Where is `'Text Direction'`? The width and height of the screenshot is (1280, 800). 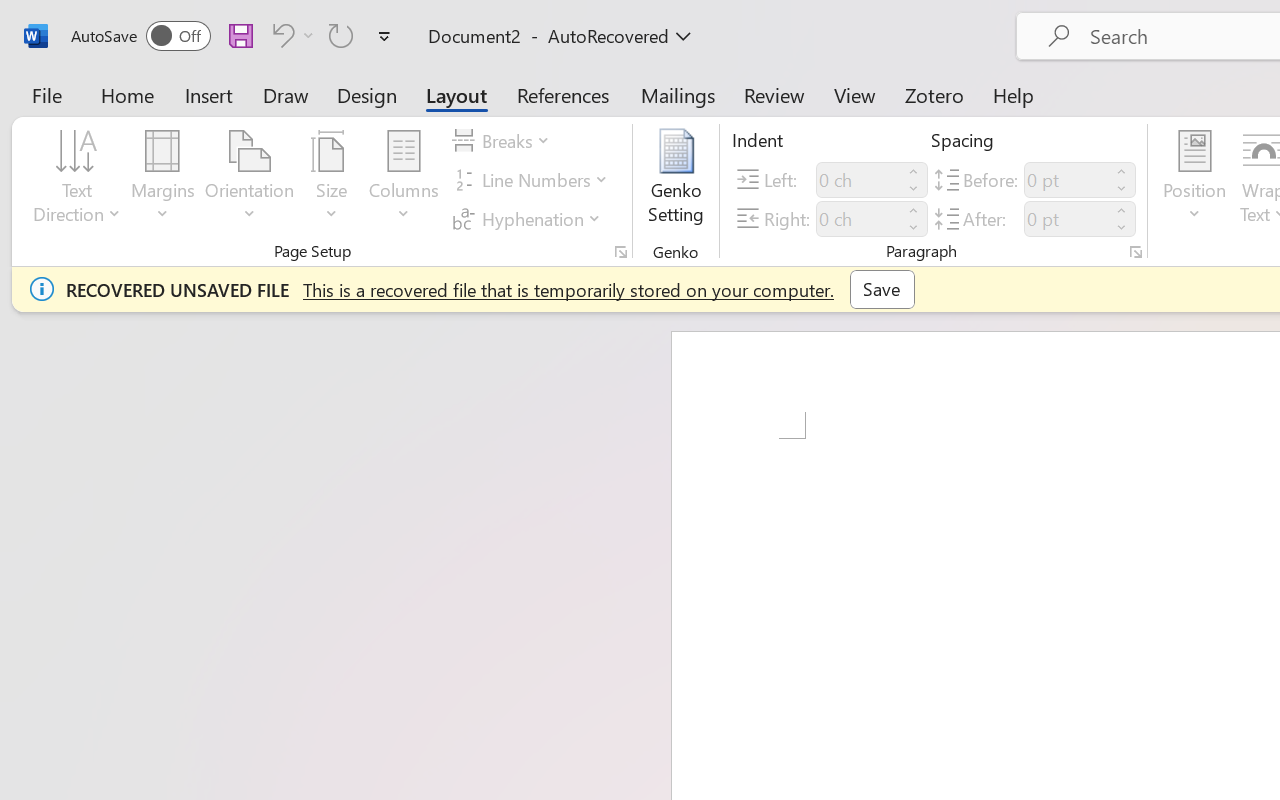 'Text Direction' is located at coordinates (77, 179).